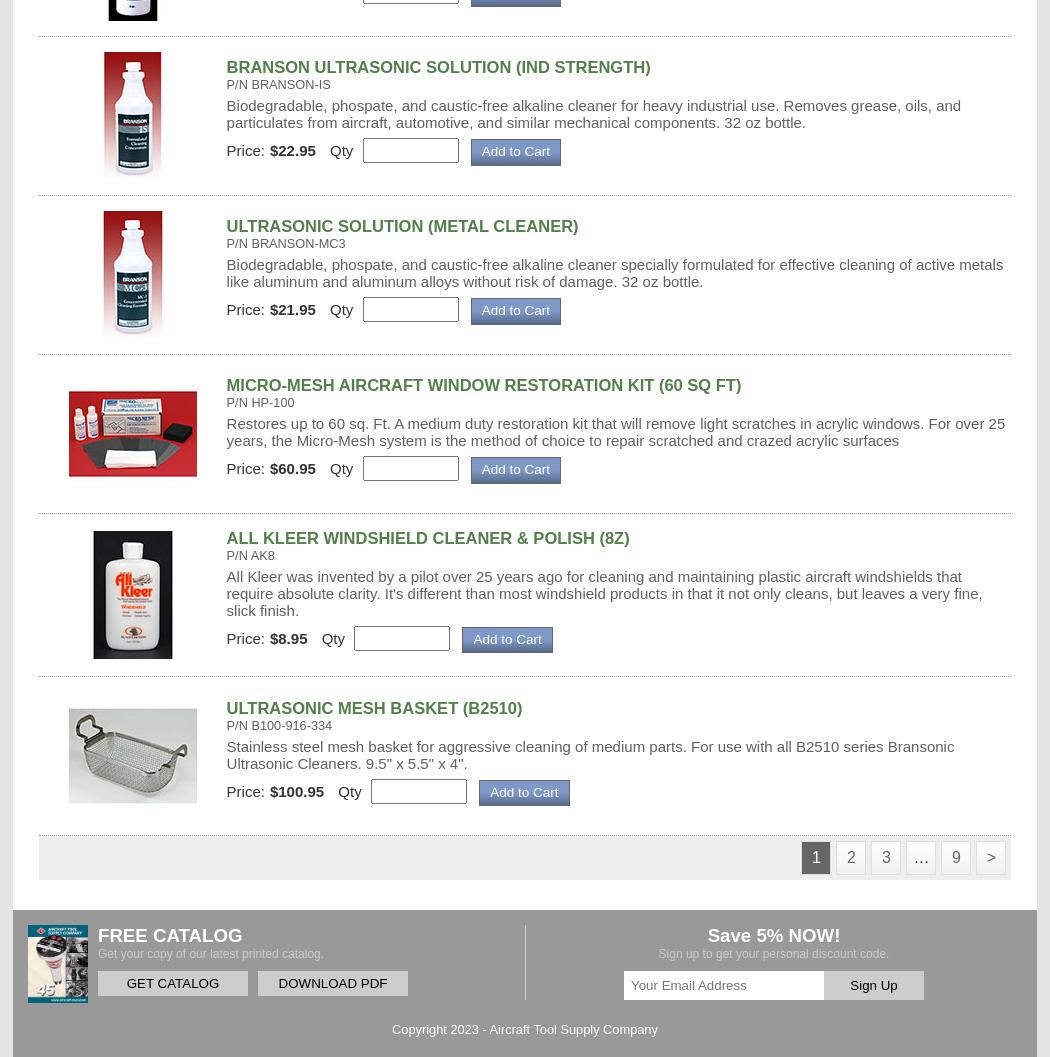 This screenshot has width=1050, height=1057. Describe the element at coordinates (845, 856) in the screenshot. I see `'2'` at that location.